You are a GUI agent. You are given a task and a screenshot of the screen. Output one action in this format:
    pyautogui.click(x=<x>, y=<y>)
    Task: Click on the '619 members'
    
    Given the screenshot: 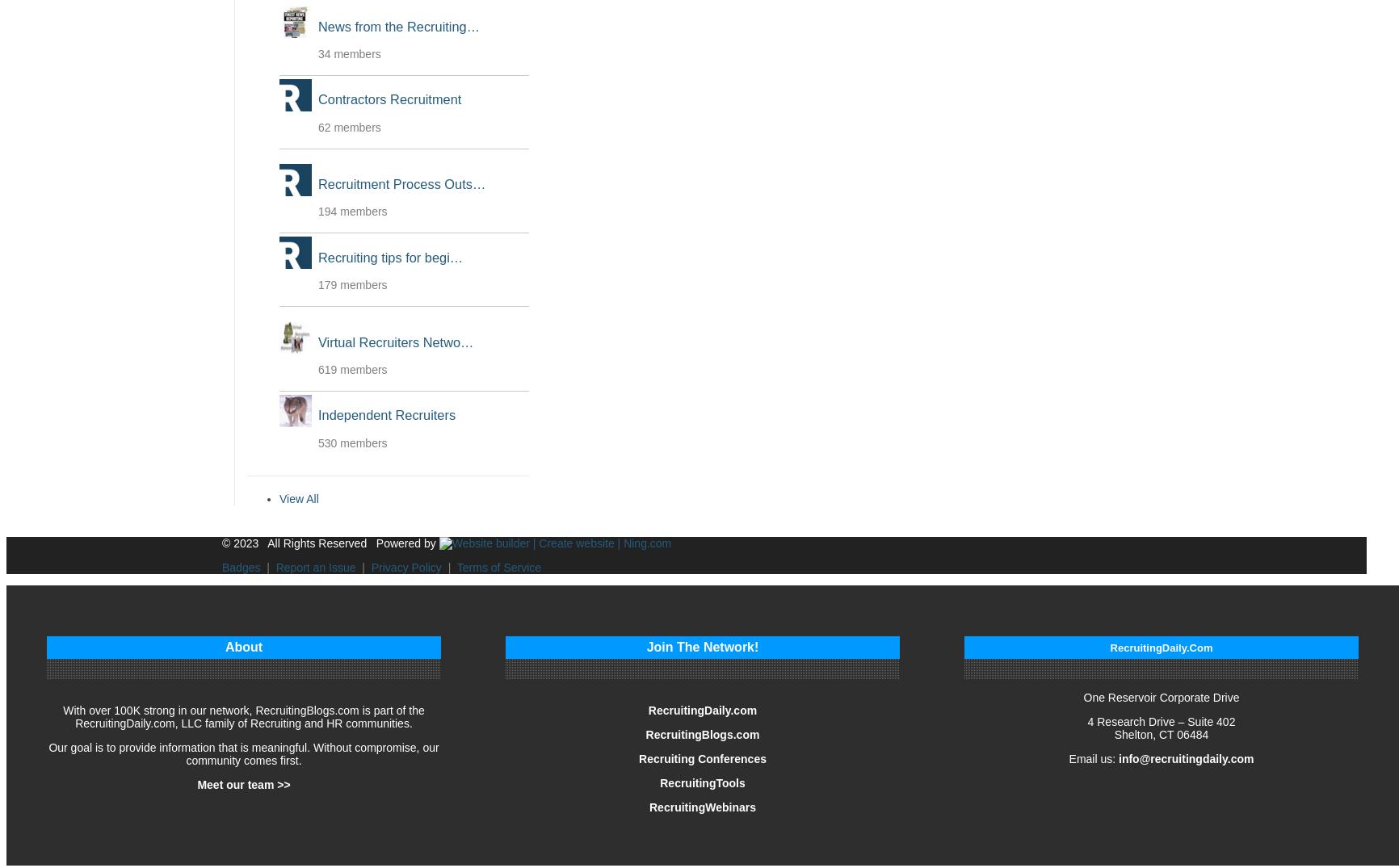 What is the action you would take?
    pyautogui.click(x=352, y=368)
    